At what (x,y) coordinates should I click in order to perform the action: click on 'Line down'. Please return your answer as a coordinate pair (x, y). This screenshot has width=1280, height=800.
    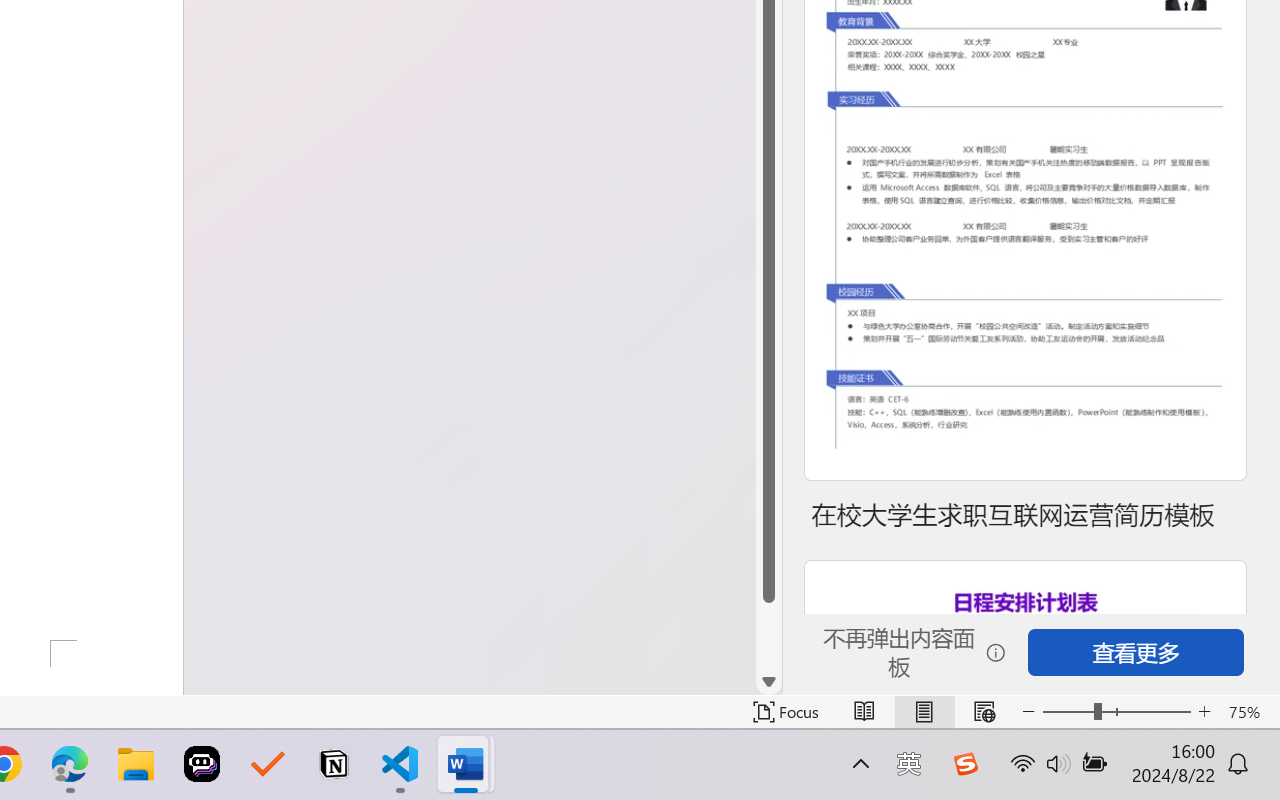
    Looking at the image, I should click on (768, 682).